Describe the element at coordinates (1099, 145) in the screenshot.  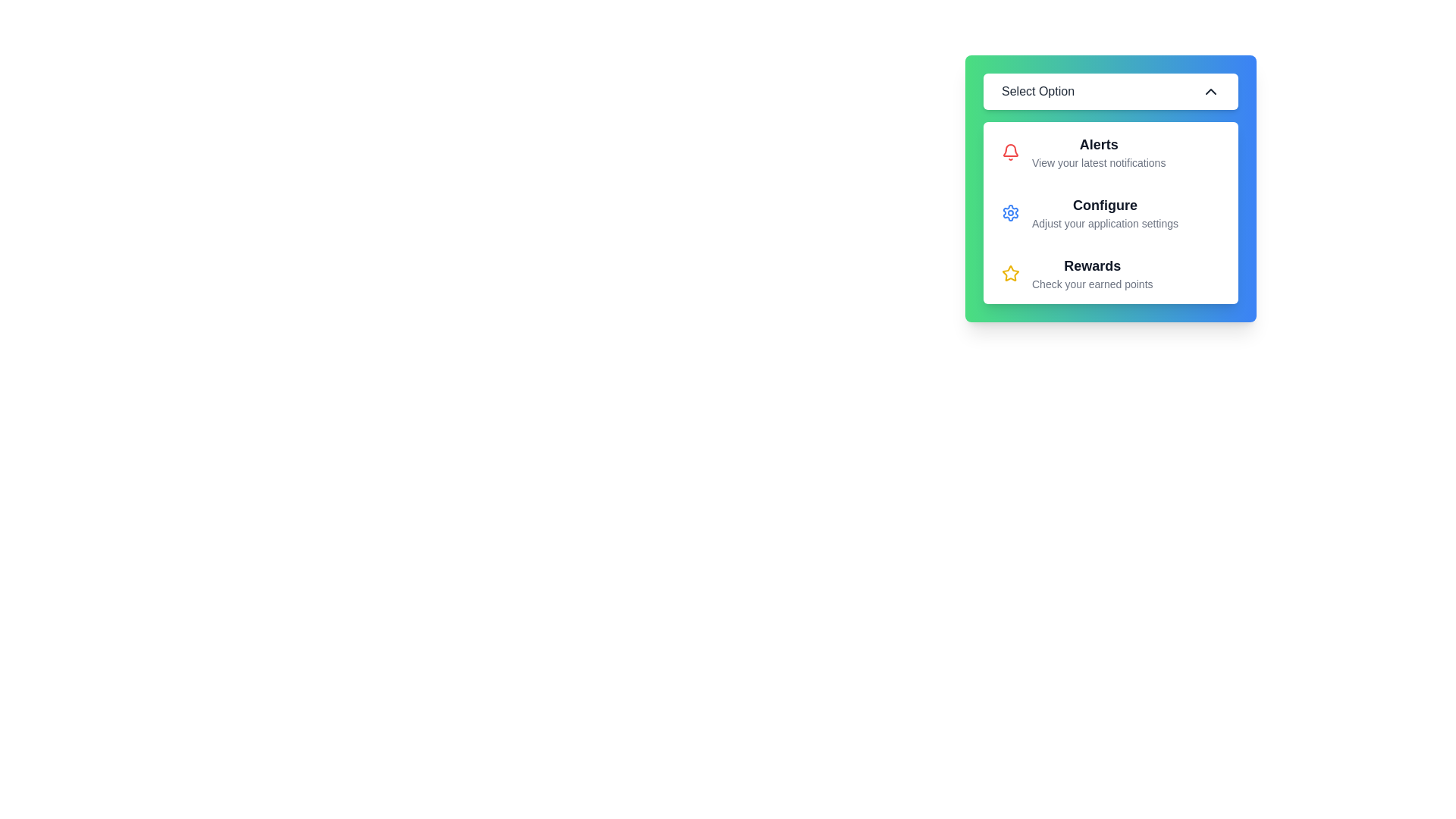
I see `the static text label that serves as the header for the notification-related section in the dropdown menu, located under the 'Select Option' label` at that location.